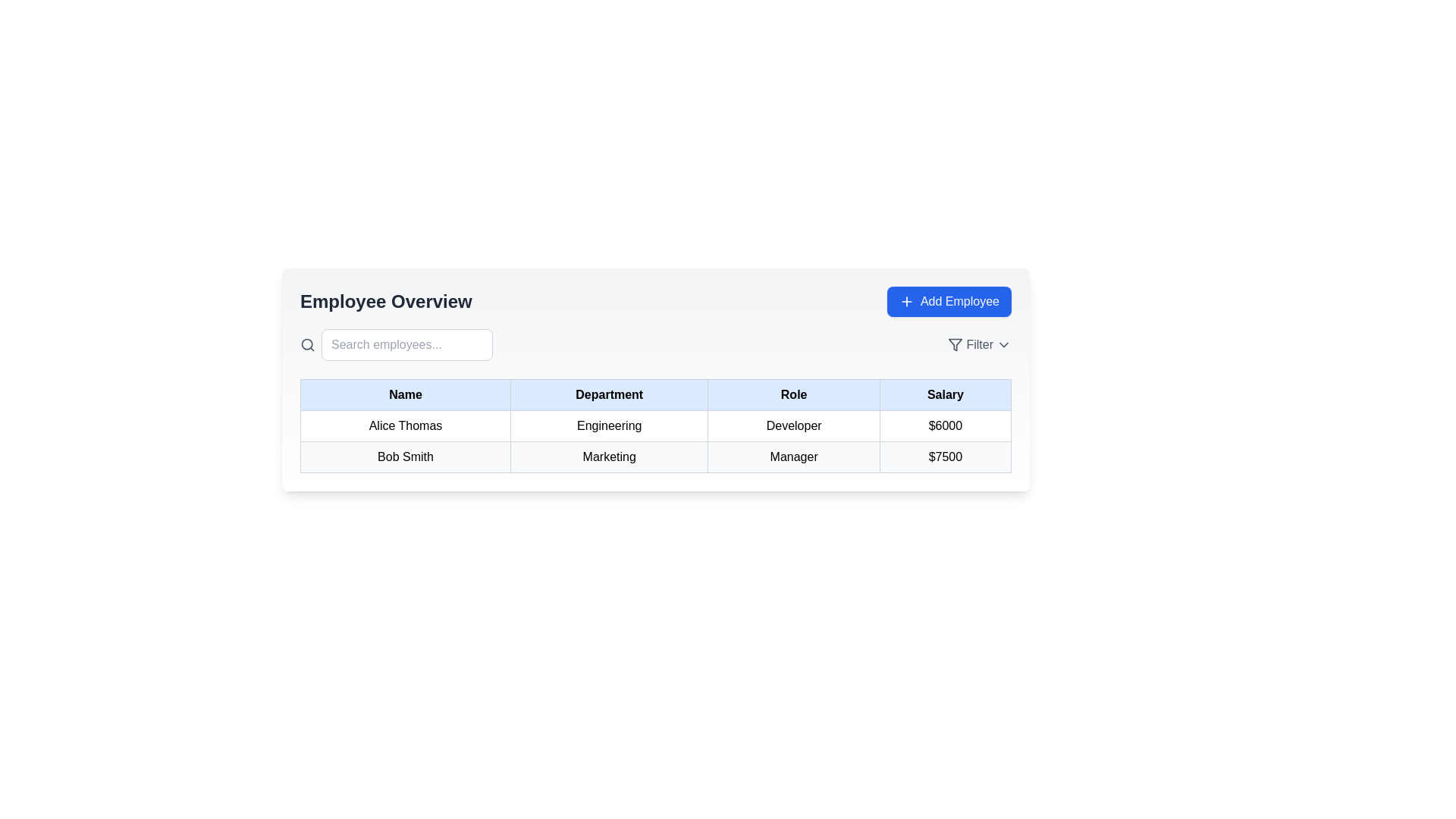 The image size is (1456, 819). I want to click on the Text cell in the third column of the second row under the 'Role' header, so click(793, 456).